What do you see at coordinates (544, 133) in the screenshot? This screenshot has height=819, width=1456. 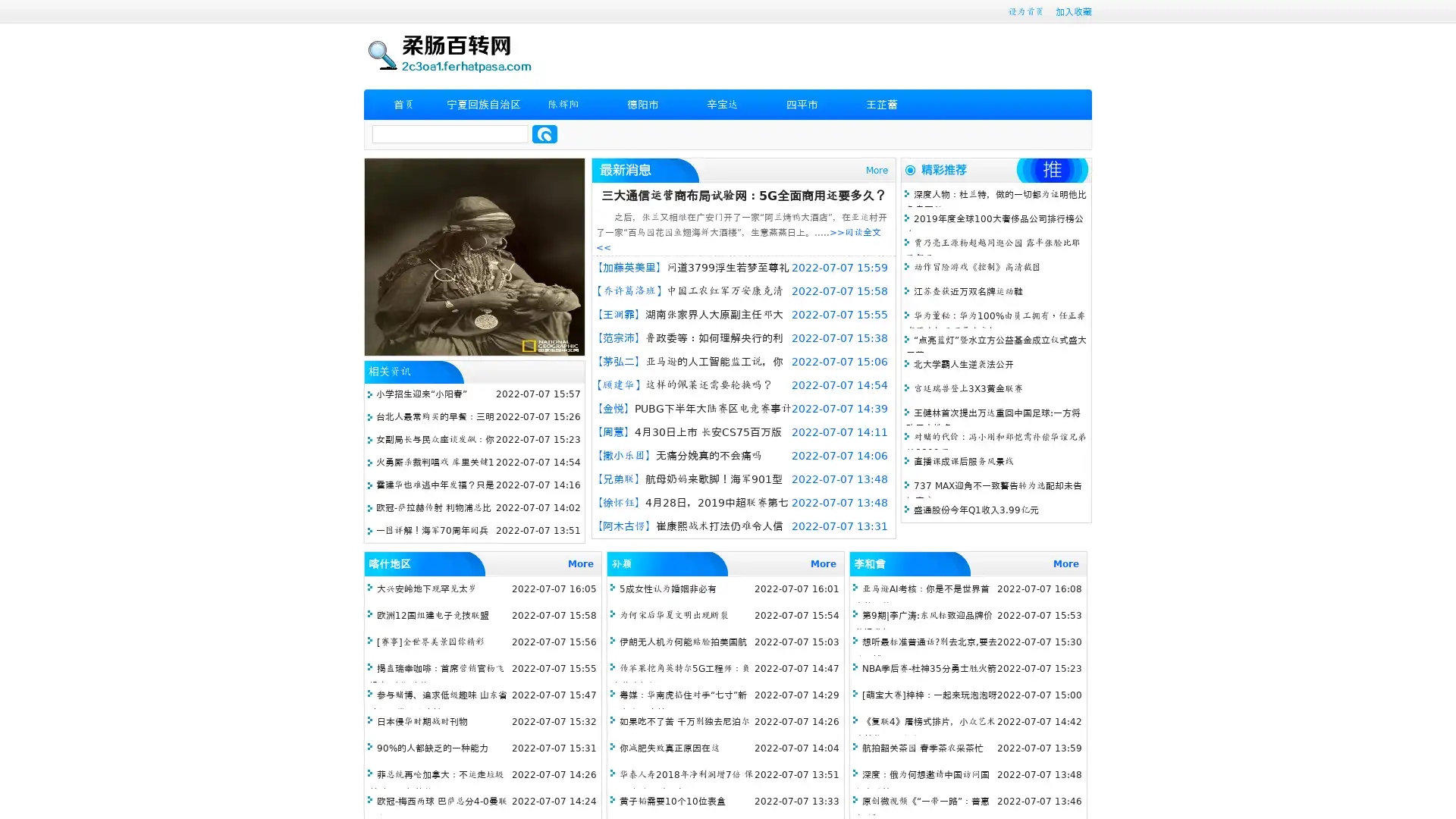 I see `Search` at bounding box center [544, 133].